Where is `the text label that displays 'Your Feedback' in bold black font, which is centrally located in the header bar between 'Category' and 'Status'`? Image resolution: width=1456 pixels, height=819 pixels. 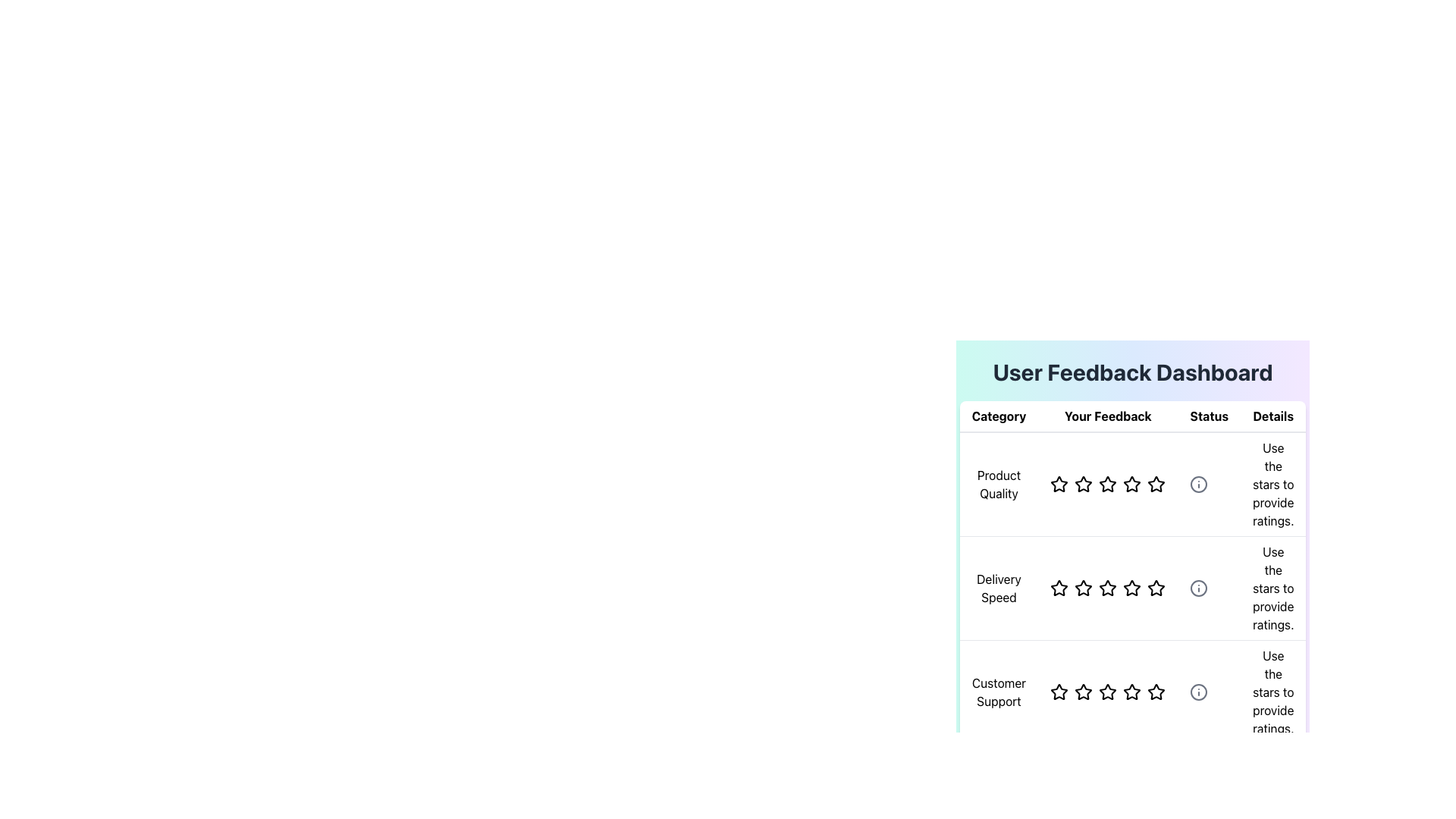 the text label that displays 'Your Feedback' in bold black font, which is centrally located in the header bar between 'Category' and 'Status' is located at coordinates (1108, 416).